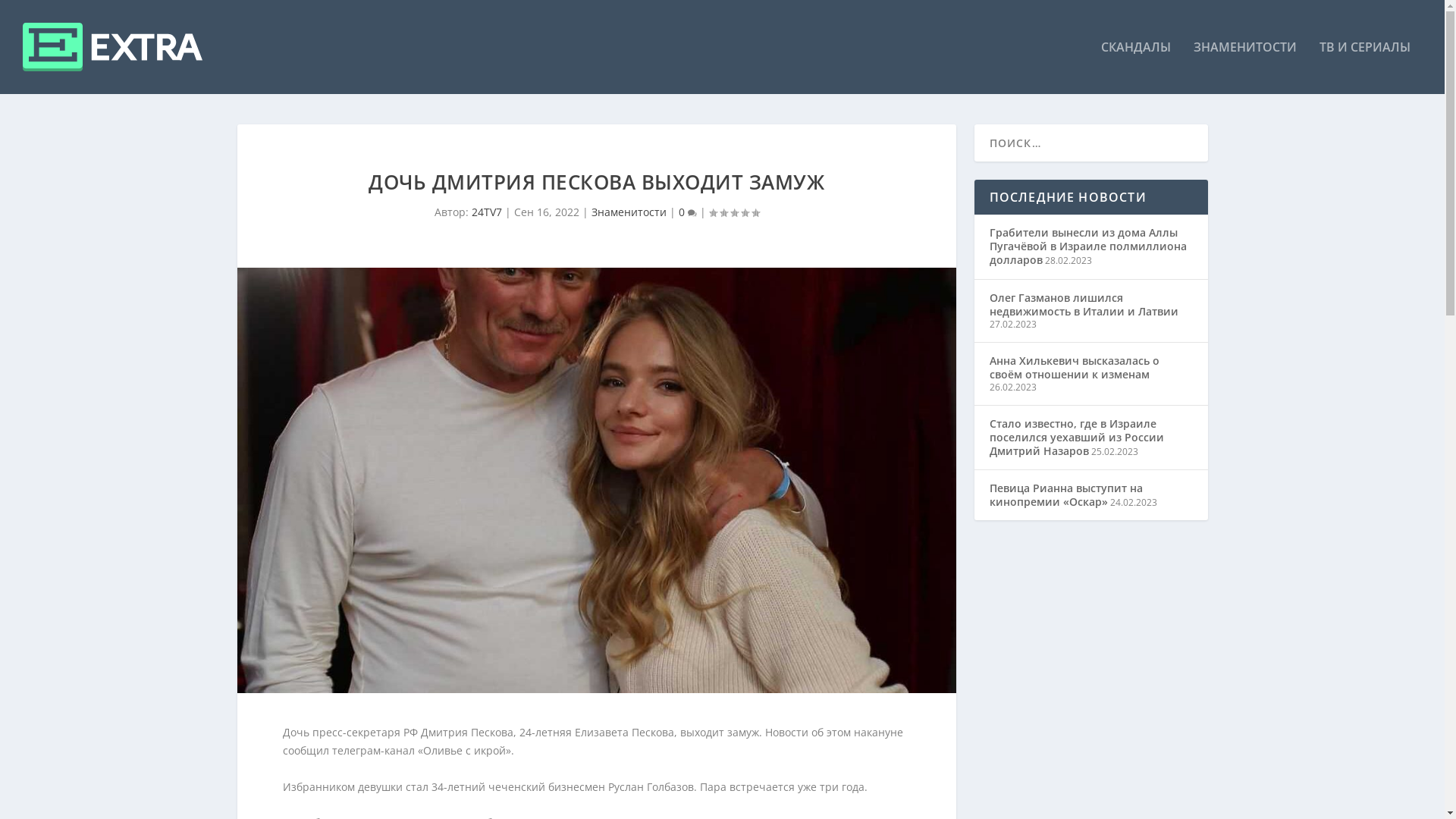  What do you see at coordinates (487, 212) in the screenshot?
I see `'24TV7'` at bounding box center [487, 212].